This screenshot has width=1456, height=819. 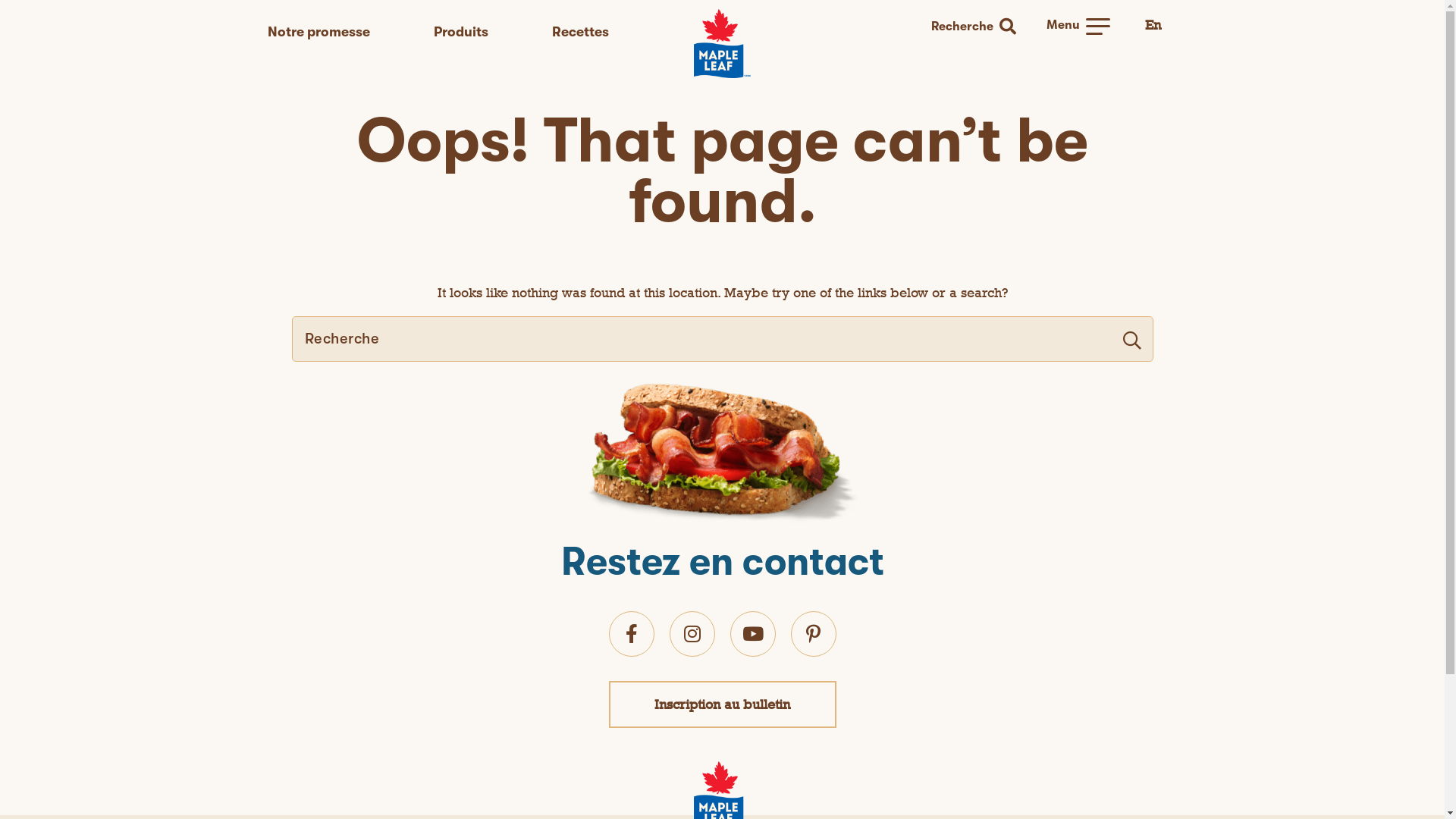 What do you see at coordinates (317, 32) in the screenshot?
I see `'Notre promesse'` at bounding box center [317, 32].